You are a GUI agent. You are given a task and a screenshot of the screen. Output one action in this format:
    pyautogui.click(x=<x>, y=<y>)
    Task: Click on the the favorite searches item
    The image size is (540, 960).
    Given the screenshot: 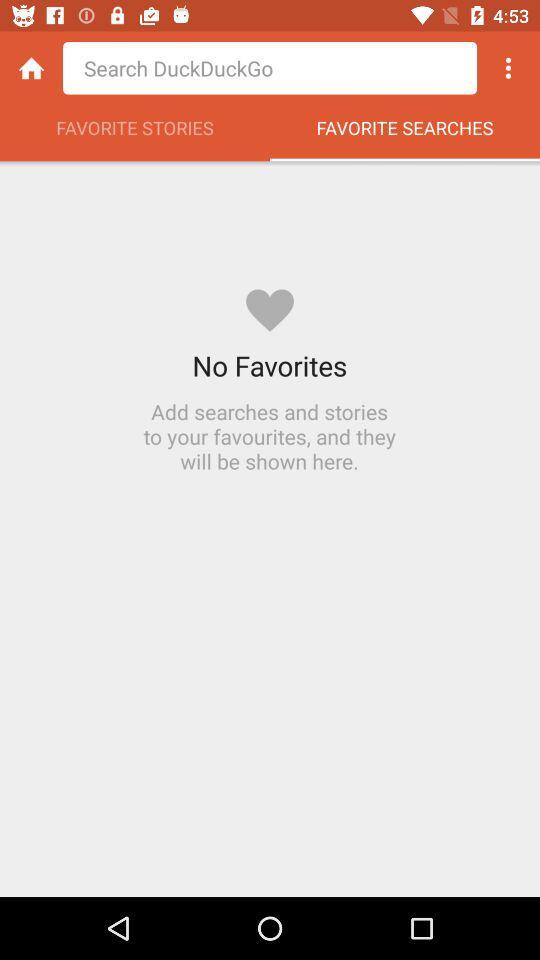 What is the action you would take?
    pyautogui.click(x=405, y=132)
    